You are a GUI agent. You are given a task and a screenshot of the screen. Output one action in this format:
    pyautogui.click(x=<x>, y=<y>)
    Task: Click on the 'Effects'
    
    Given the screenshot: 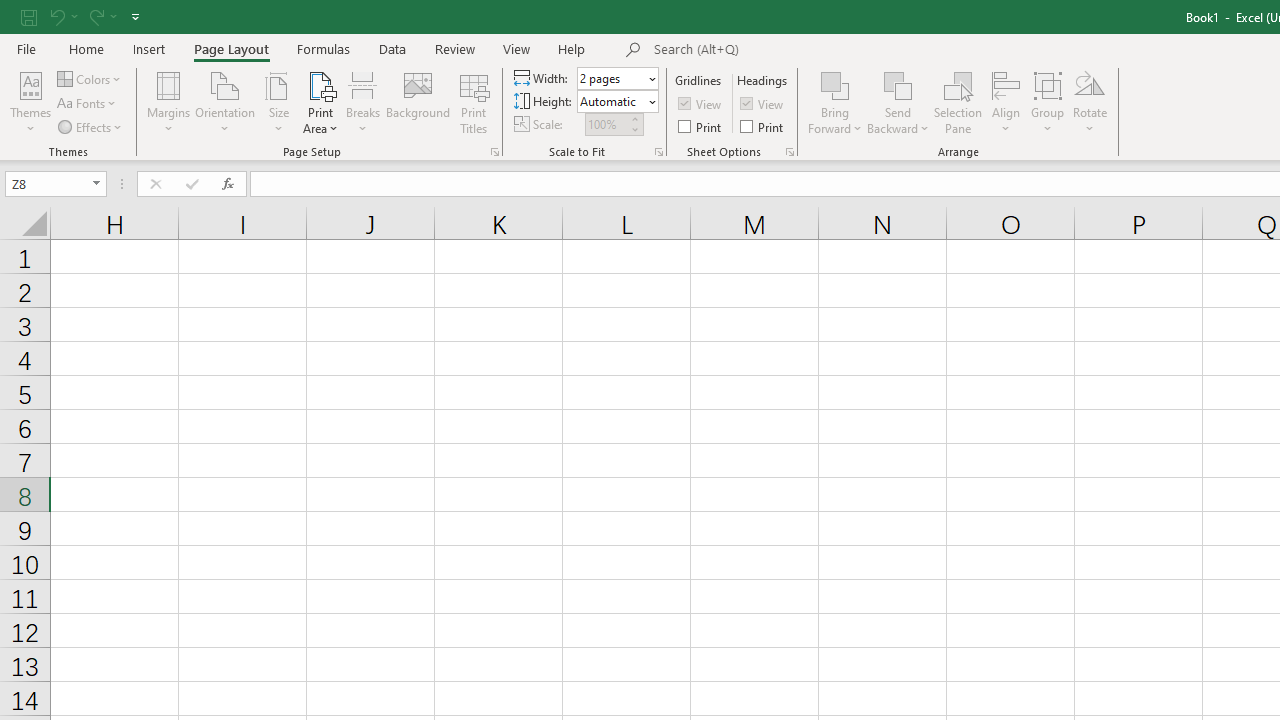 What is the action you would take?
    pyautogui.click(x=90, y=127)
    